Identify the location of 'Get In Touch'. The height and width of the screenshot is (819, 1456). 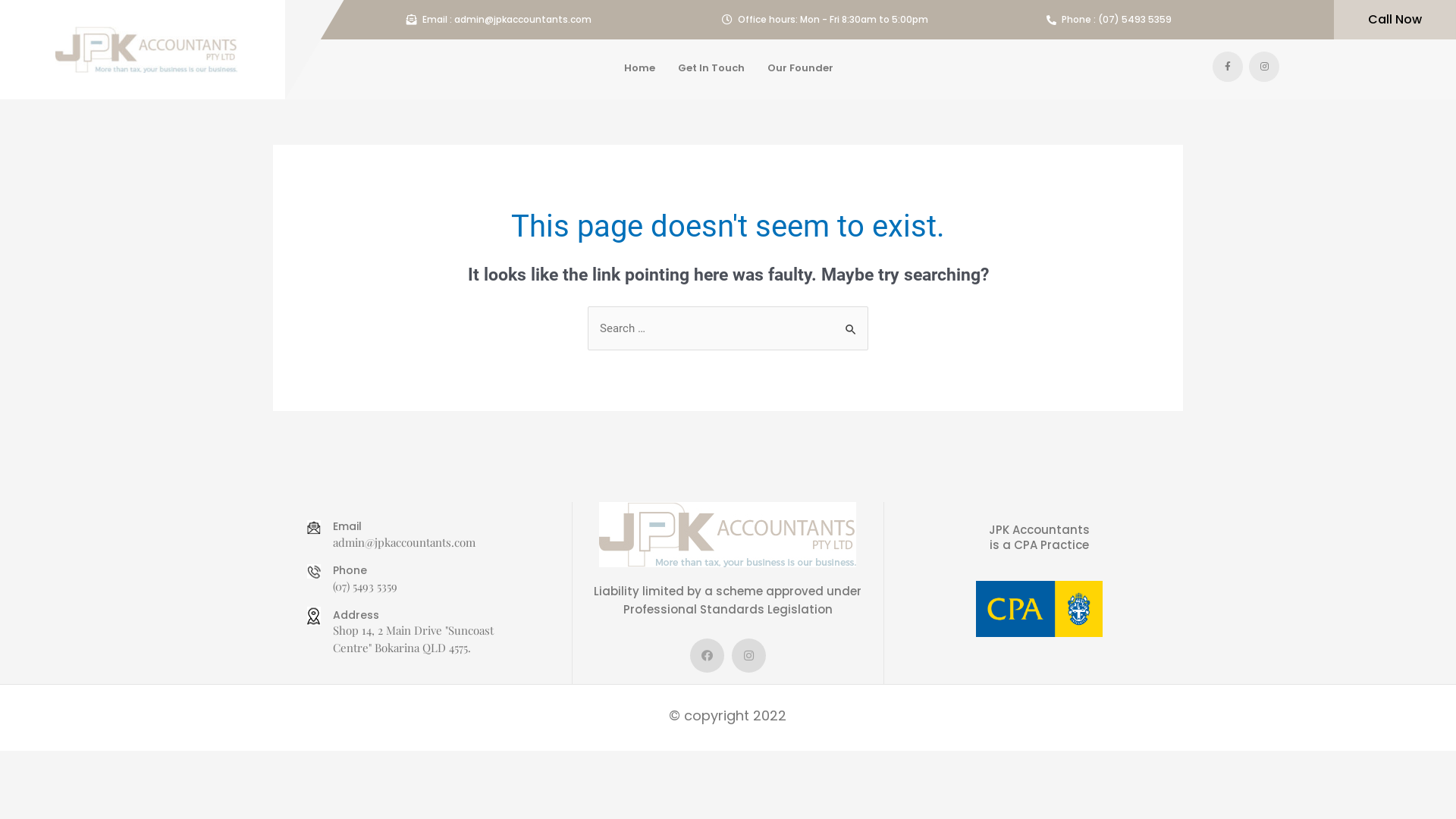
(710, 67).